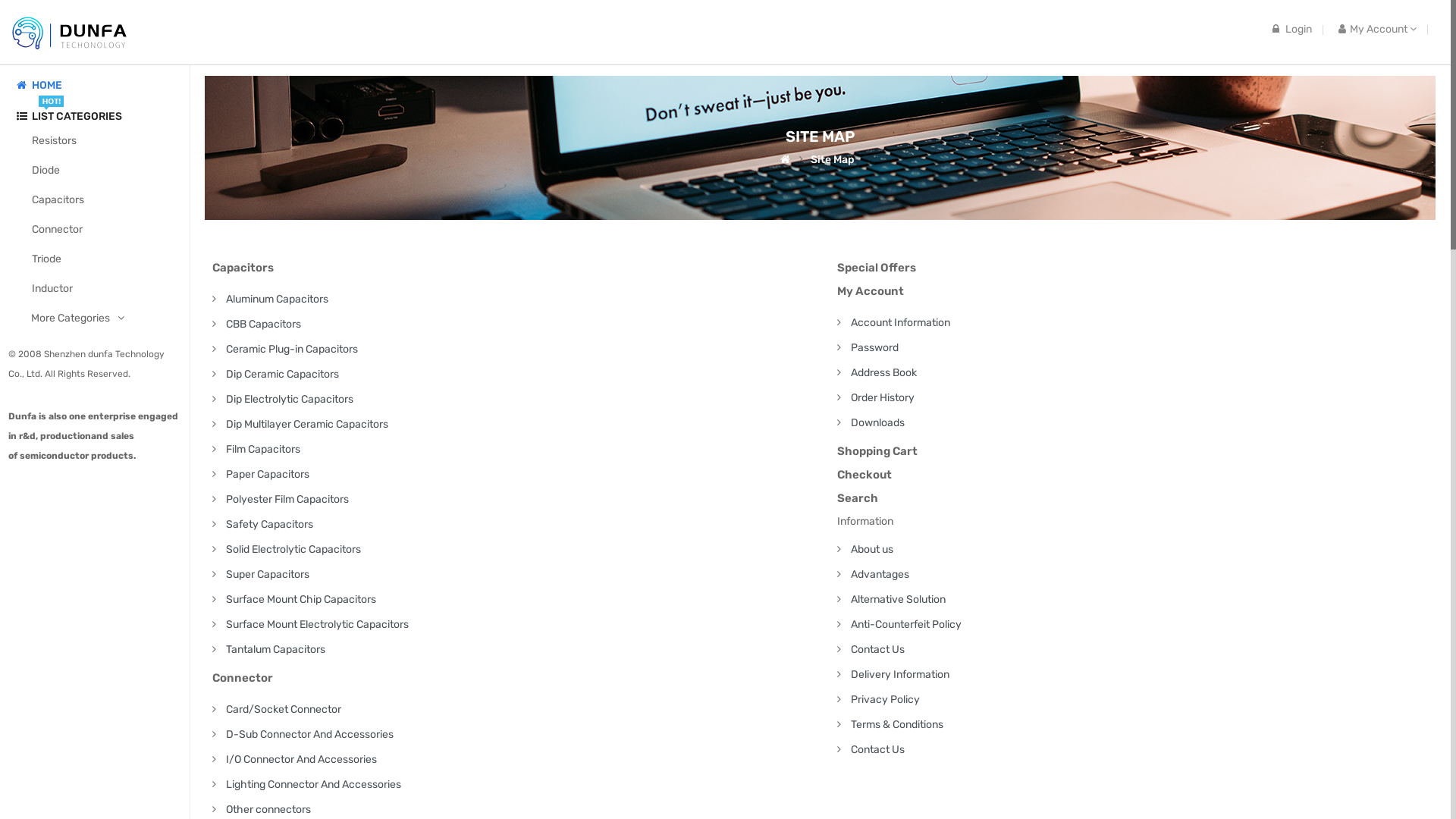 The height and width of the screenshot is (819, 1456). I want to click on 'Inductor', so click(105, 288).